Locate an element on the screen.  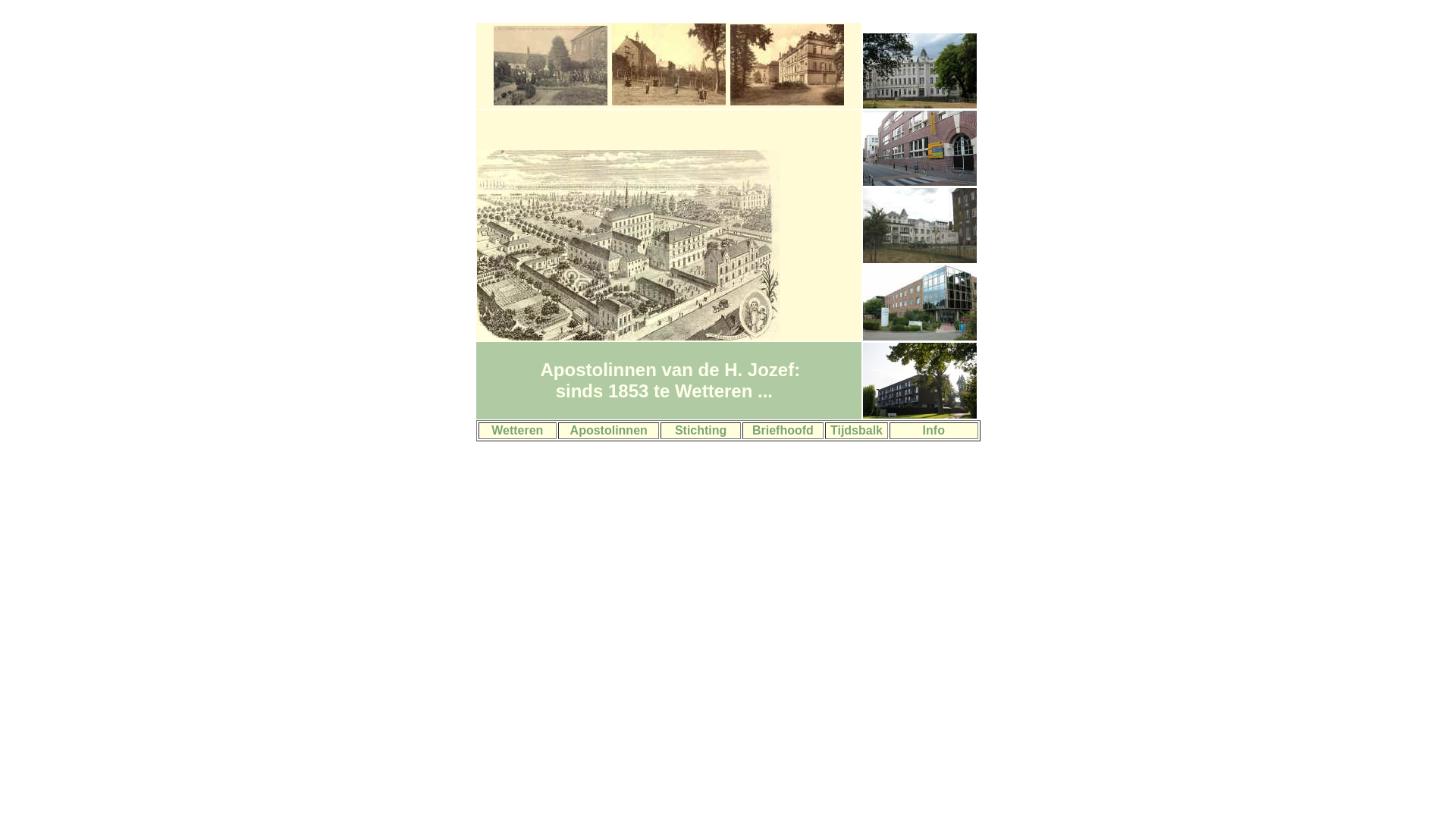
'Wetteren' is located at coordinates (516, 430).